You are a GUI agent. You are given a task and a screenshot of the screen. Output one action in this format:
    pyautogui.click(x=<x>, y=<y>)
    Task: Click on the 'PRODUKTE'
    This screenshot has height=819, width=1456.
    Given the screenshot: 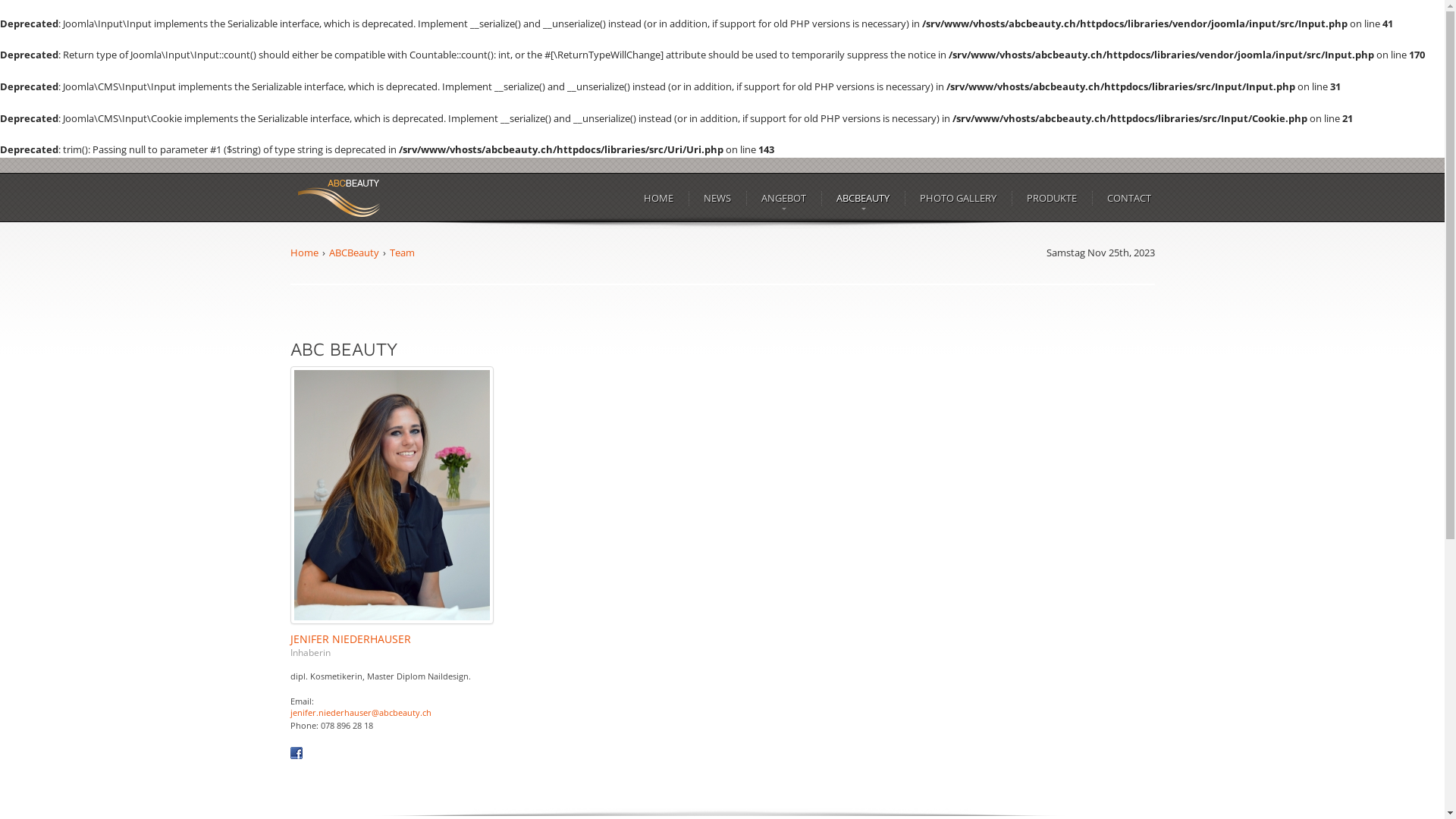 What is the action you would take?
    pyautogui.click(x=1050, y=197)
    